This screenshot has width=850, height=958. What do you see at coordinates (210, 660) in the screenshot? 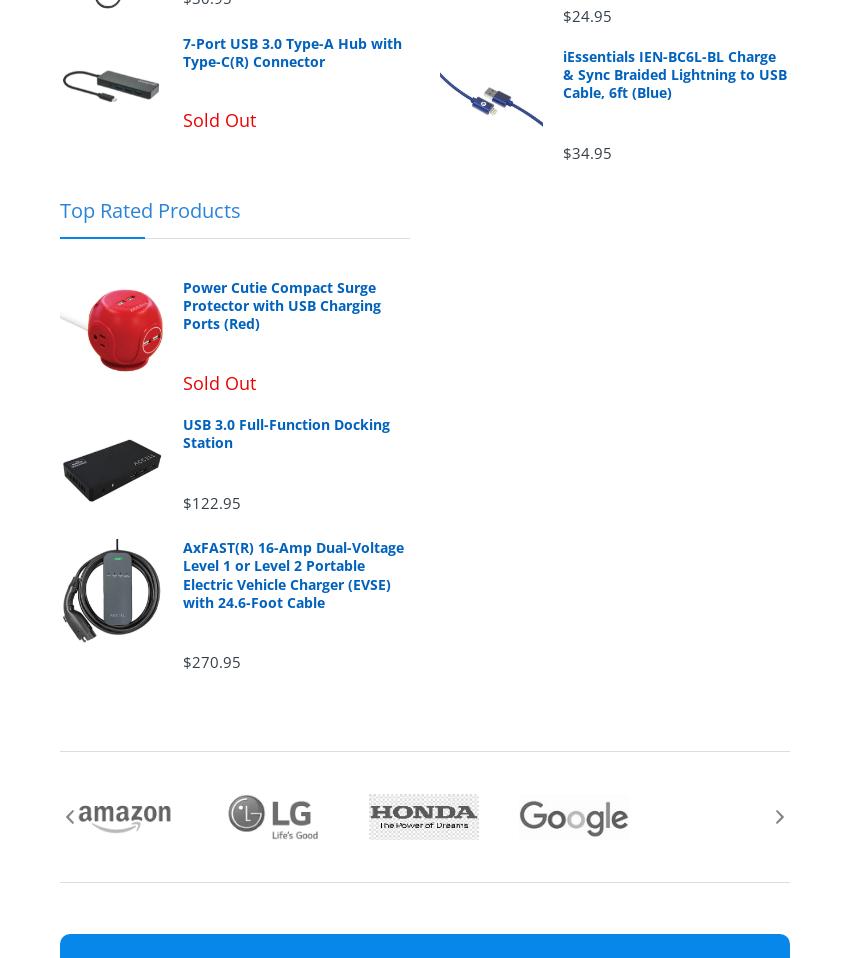
I see `'$270.95'` at bounding box center [210, 660].